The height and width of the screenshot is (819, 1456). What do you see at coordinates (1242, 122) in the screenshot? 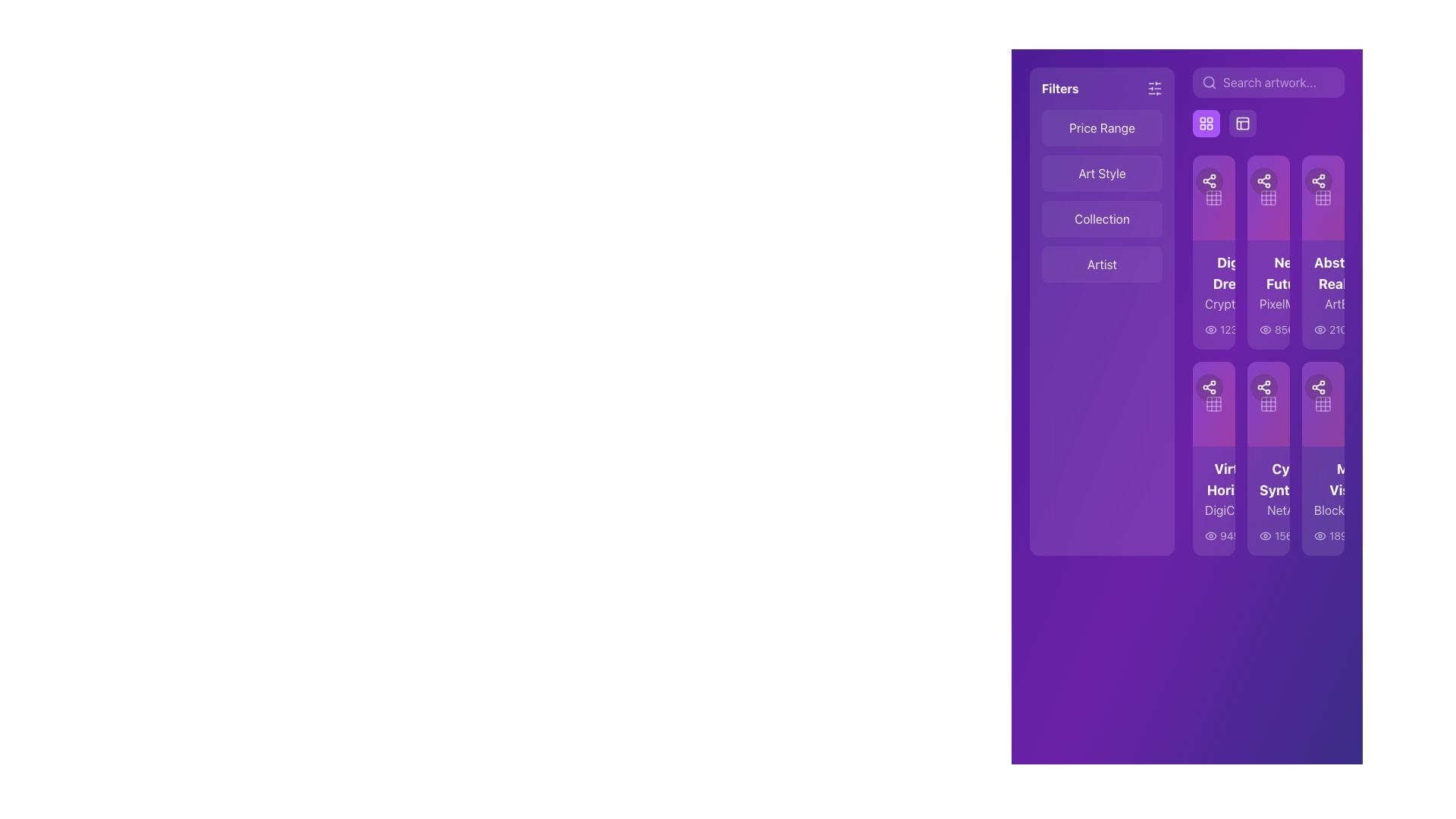
I see `the mode toggle button located in the first row of the button group near the top-right corner of the interface` at bounding box center [1242, 122].